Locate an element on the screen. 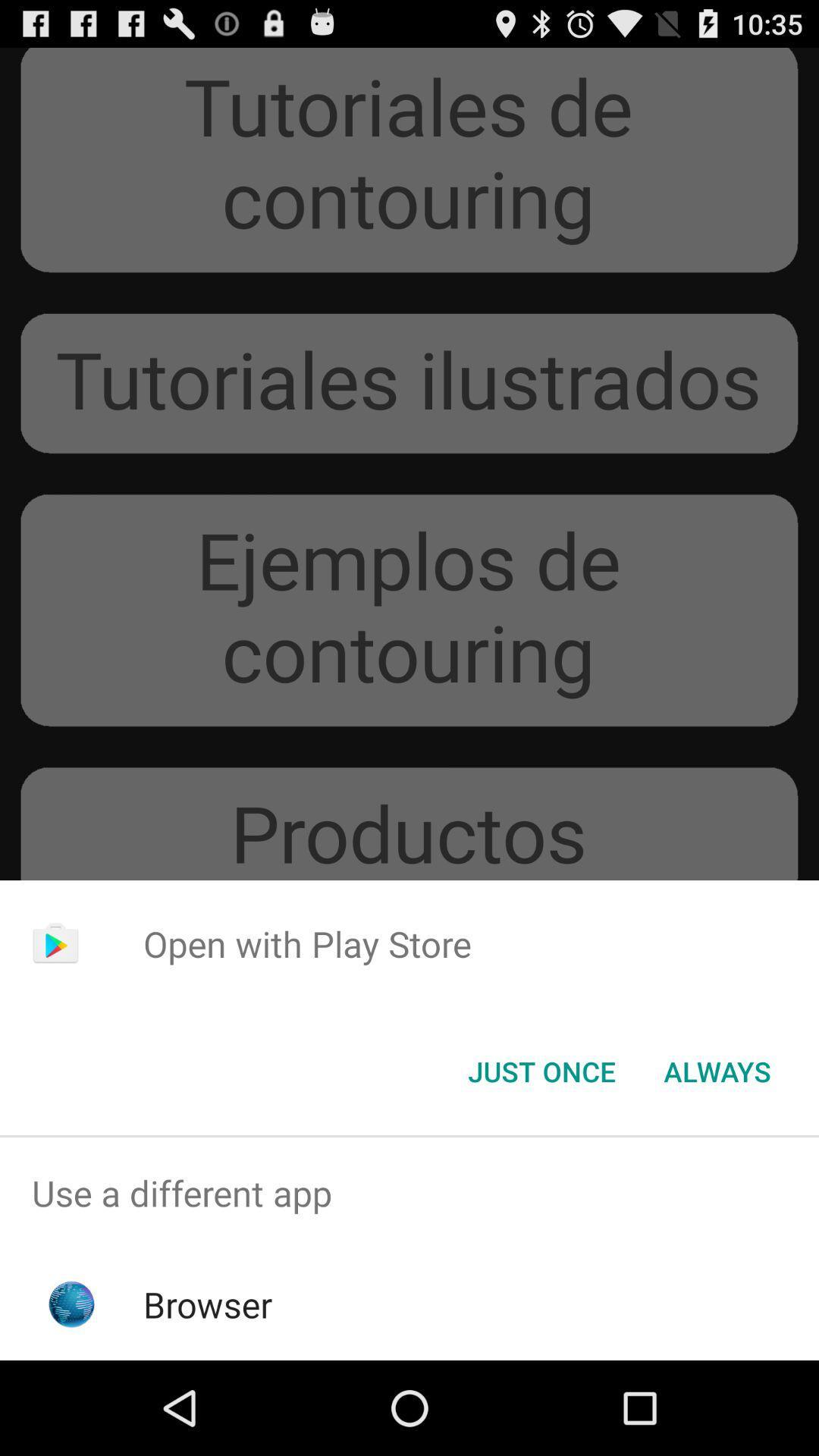 This screenshot has width=819, height=1456. the icon to the left of the always button is located at coordinates (541, 1070).